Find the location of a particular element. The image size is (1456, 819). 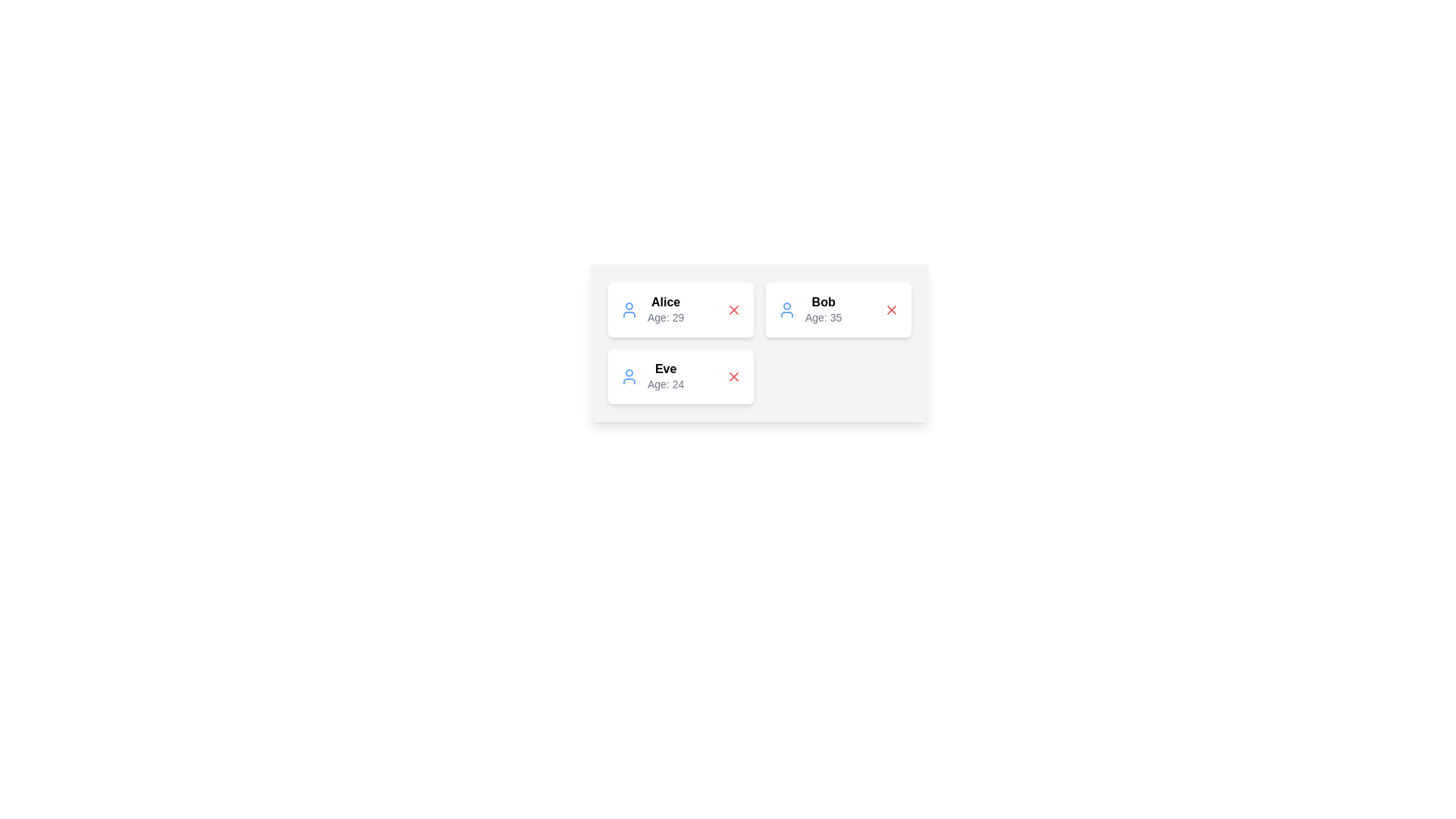

the user icon for Alice is located at coordinates (629, 309).